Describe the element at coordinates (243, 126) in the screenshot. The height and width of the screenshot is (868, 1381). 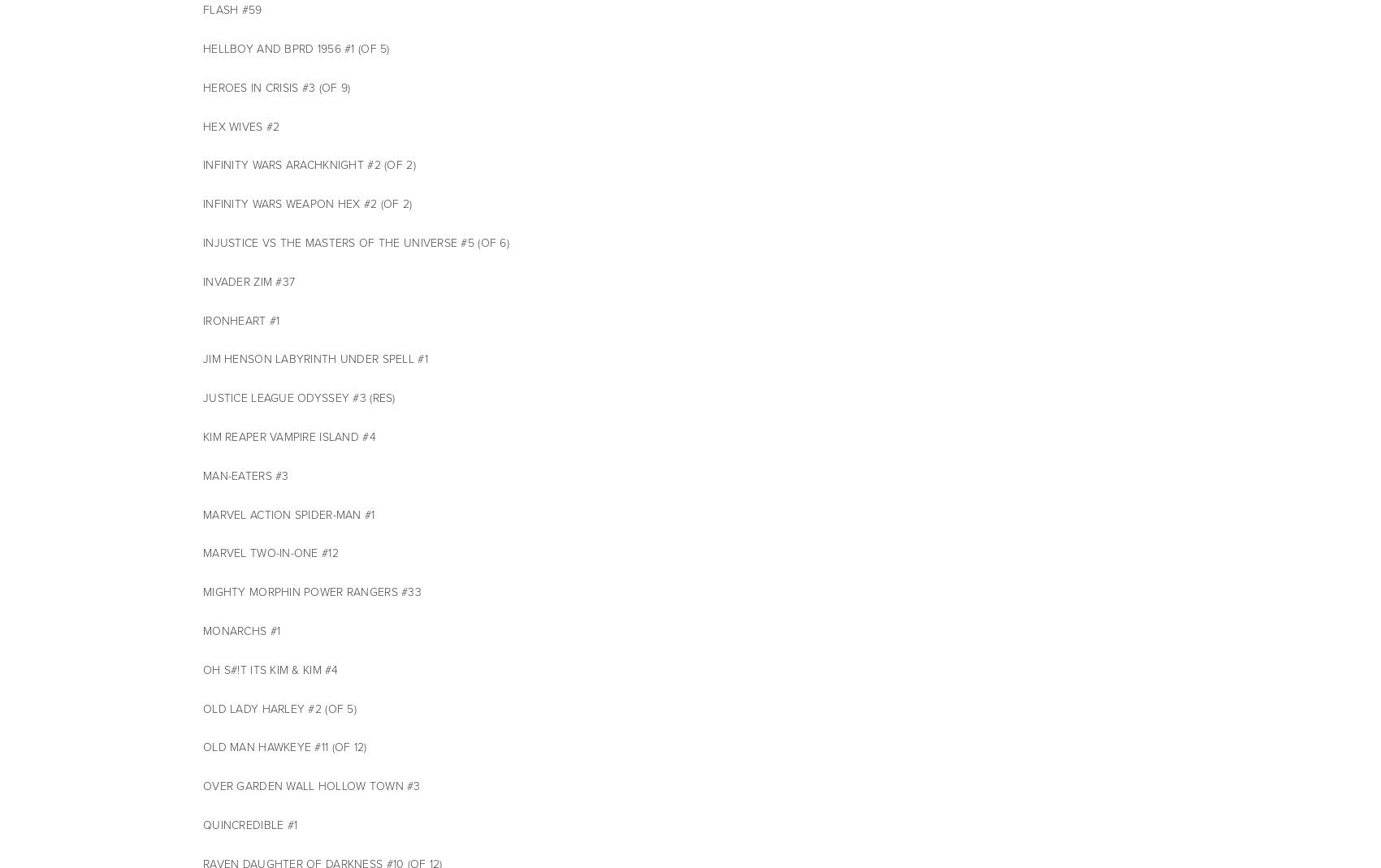
I see `'HEX WIVES #2'` at that location.